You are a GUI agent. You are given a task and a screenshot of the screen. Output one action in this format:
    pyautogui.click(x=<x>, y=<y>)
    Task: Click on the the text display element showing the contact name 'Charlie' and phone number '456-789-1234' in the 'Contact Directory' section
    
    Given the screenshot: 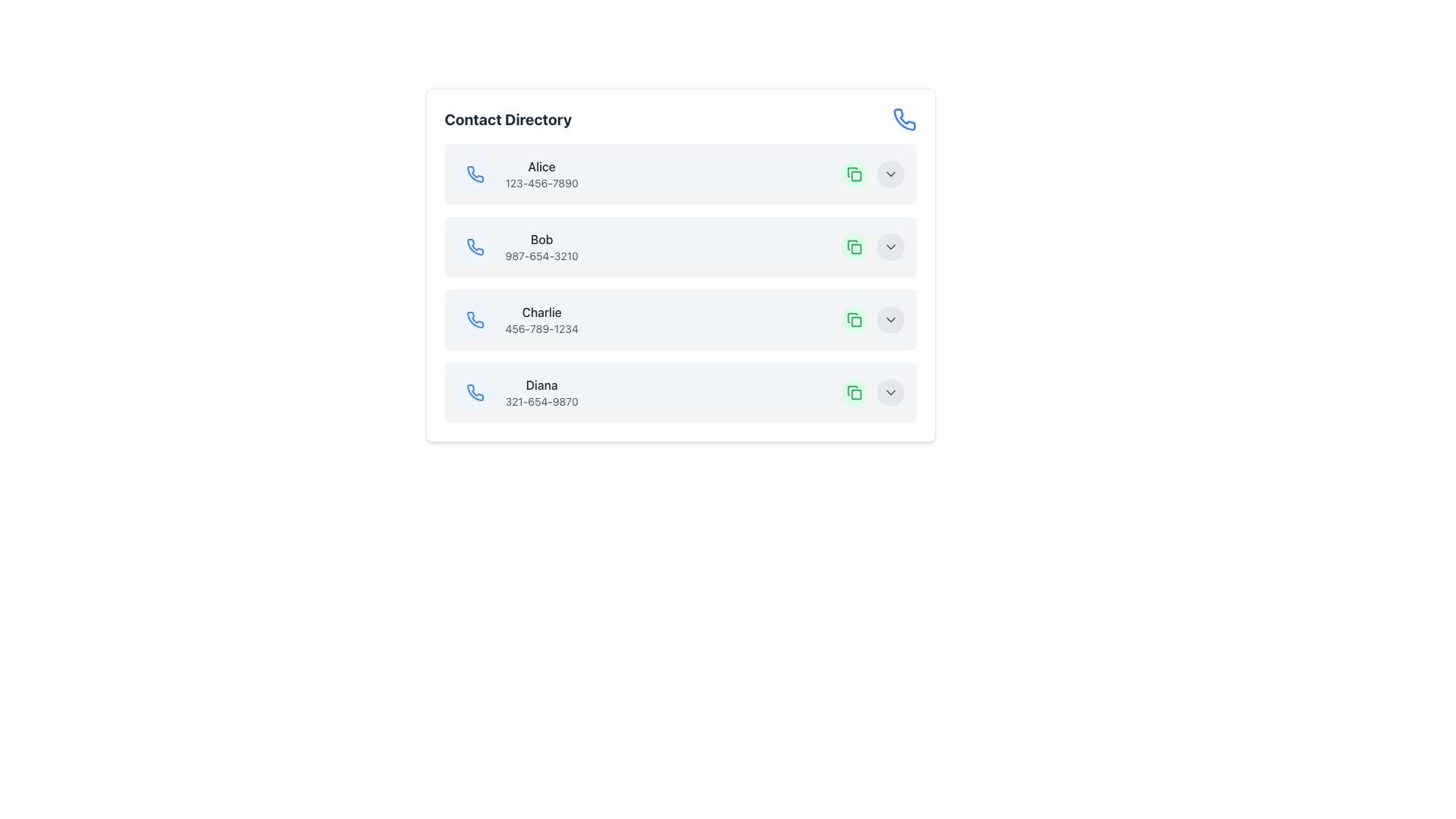 What is the action you would take?
    pyautogui.click(x=541, y=318)
    